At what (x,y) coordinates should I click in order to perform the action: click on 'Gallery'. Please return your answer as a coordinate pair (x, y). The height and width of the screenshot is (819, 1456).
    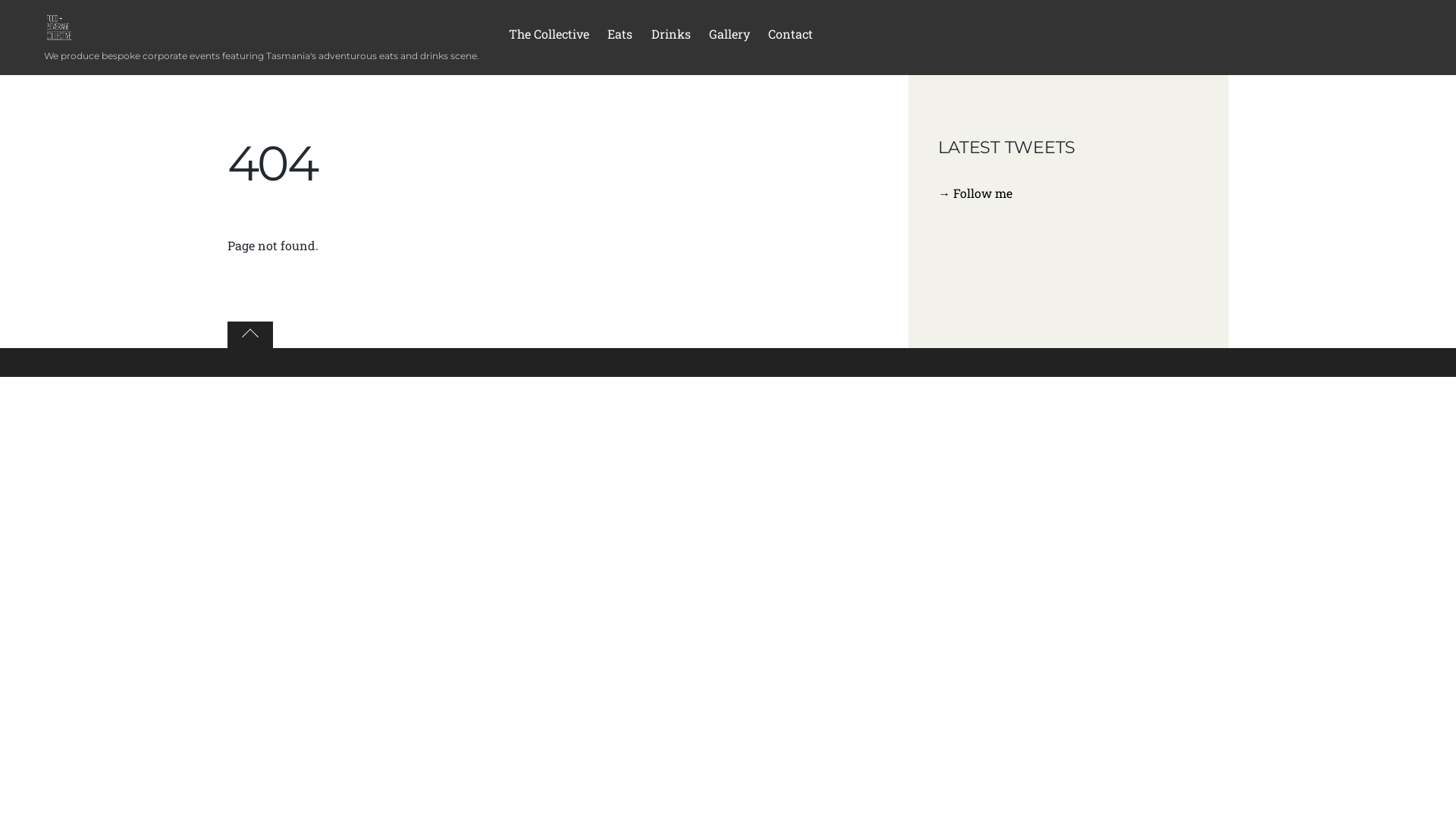
    Looking at the image, I should click on (729, 36).